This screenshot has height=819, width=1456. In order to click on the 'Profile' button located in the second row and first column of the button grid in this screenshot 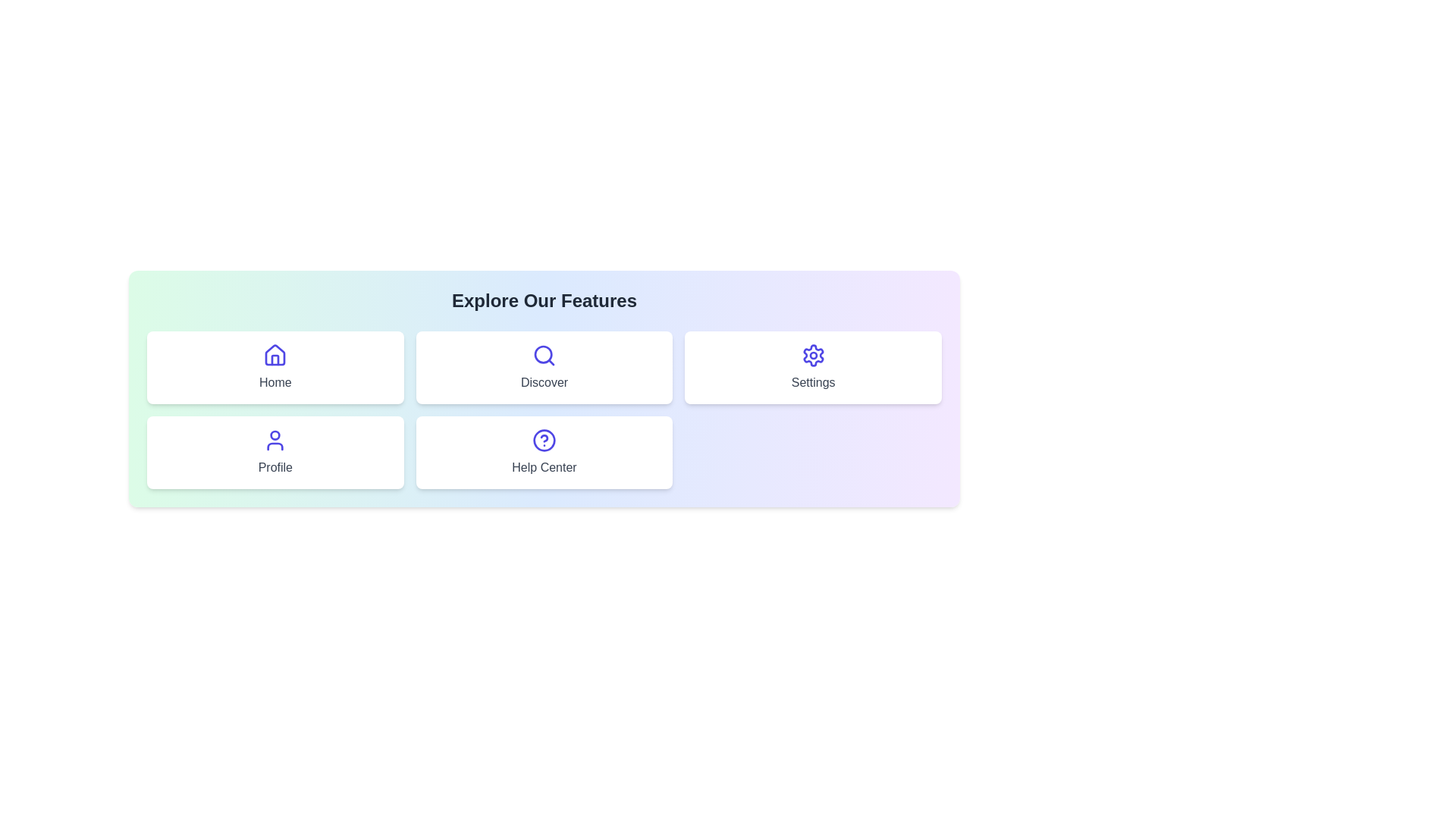, I will do `click(275, 452)`.